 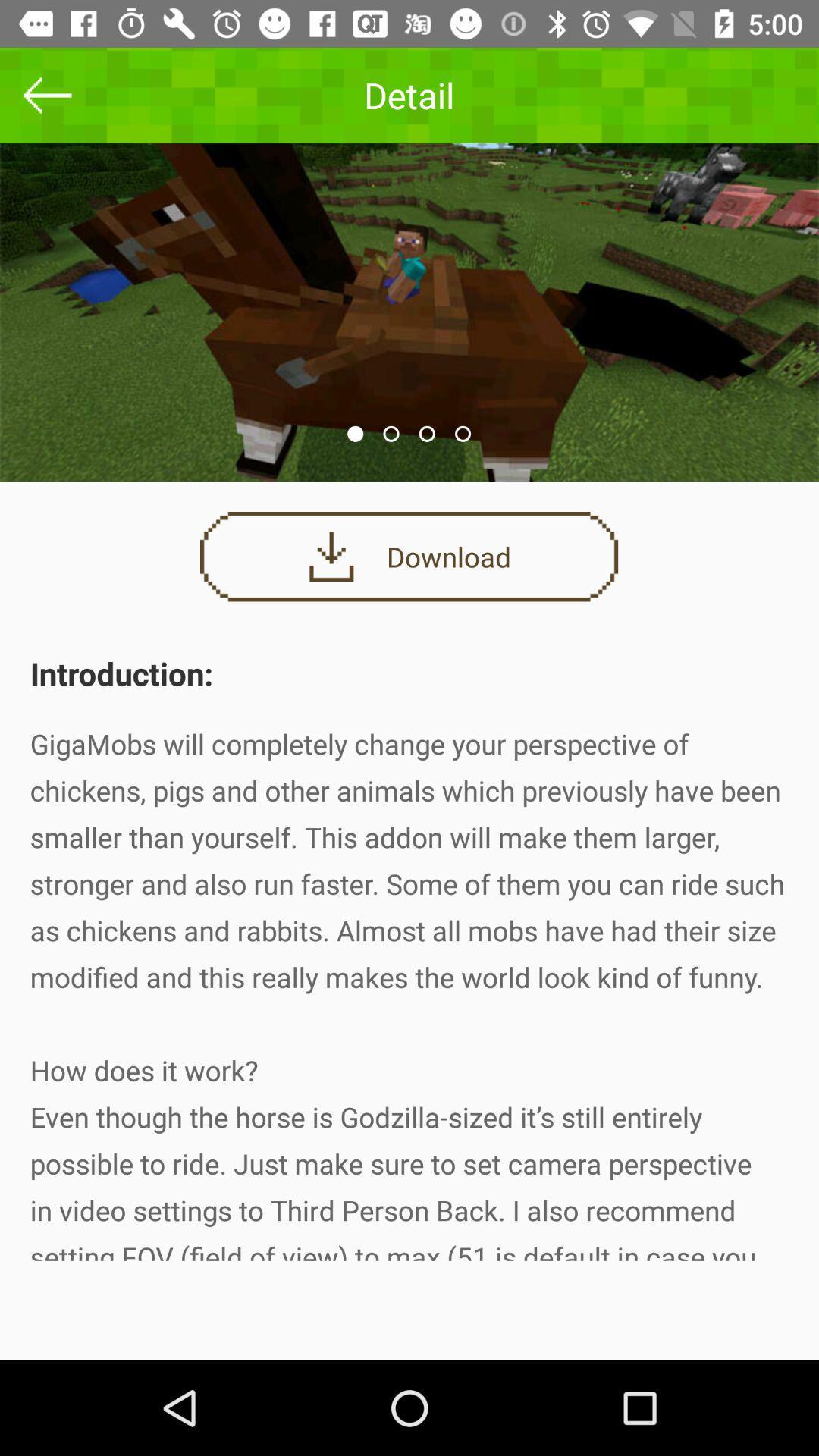 What do you see at coordinates (46, 94) in the screenshot?
I see `previous` at bounding box center [46, 94].